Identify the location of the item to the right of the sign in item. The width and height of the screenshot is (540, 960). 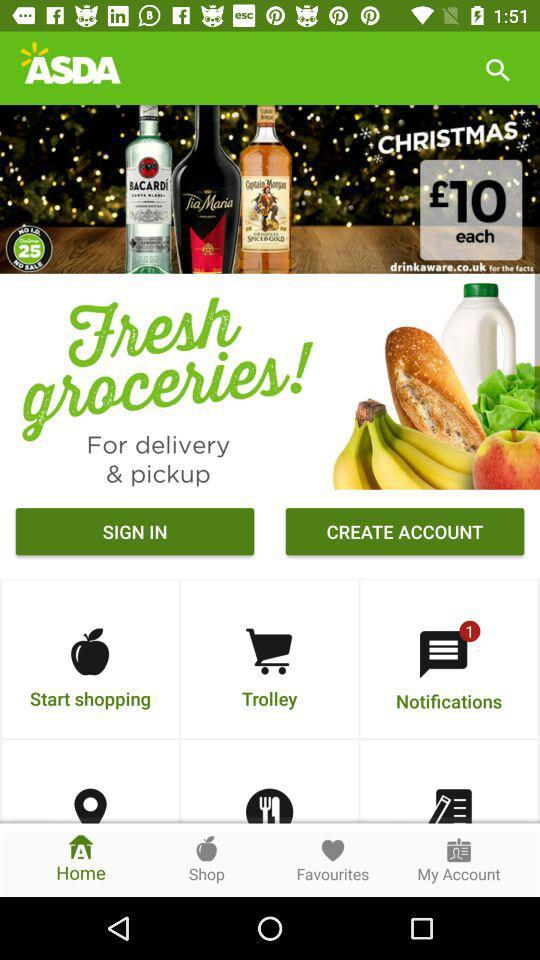
(405, 533).